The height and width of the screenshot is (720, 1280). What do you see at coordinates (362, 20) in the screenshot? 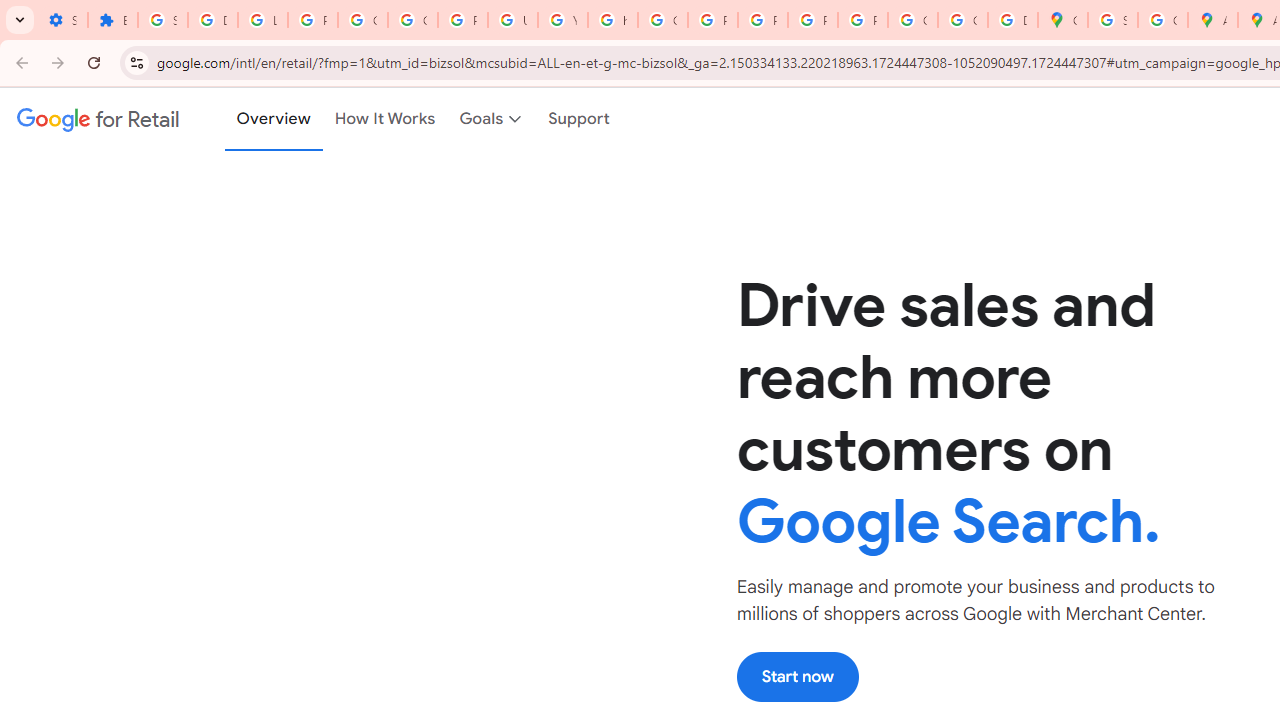
I see `'Google Account Help'` at bounding box center [362, 20].